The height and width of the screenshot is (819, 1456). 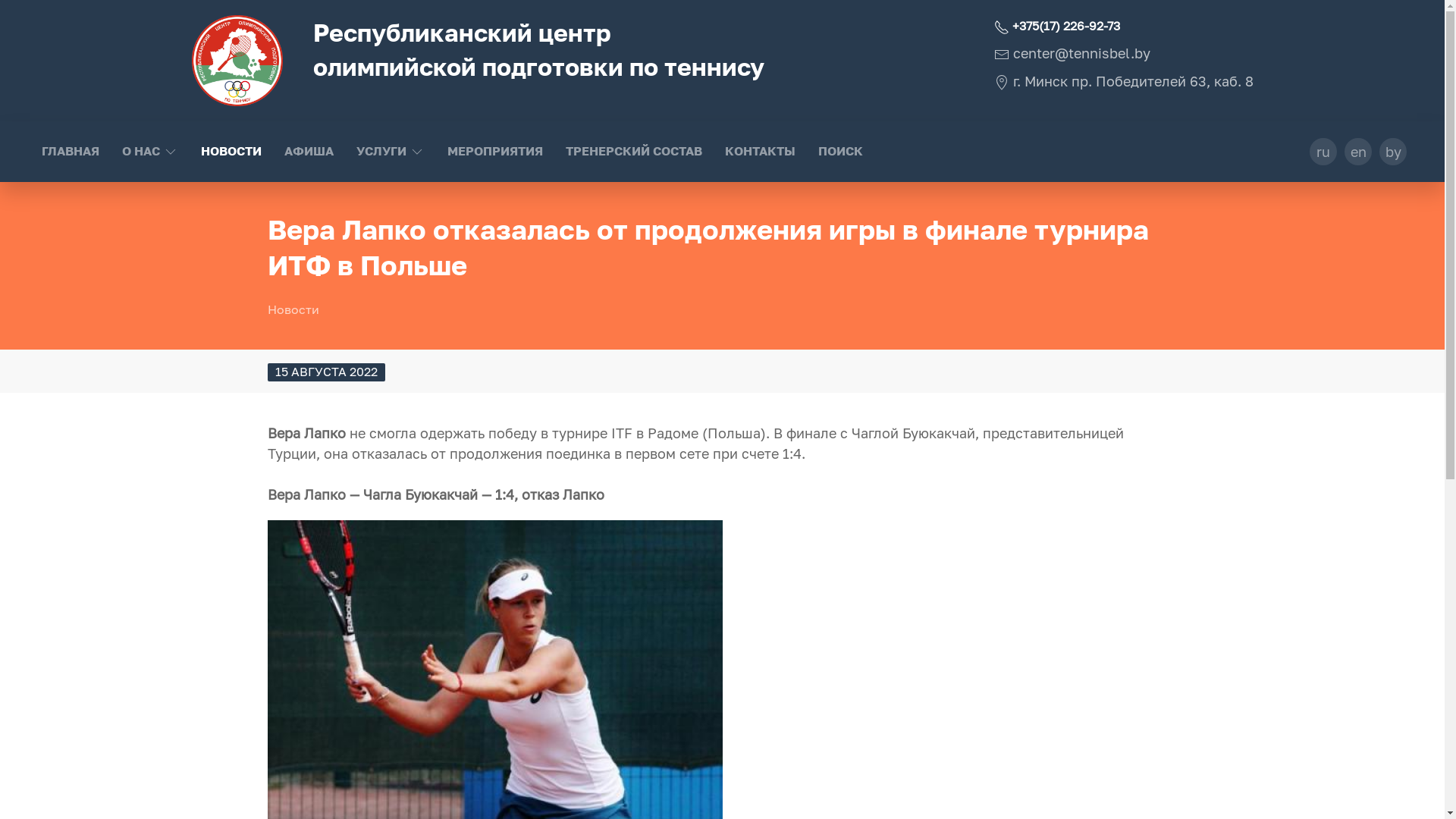 What do you see at coordinates (993, 26) in the screenshot?
I see `'+375(17) 226-92-73'` at bounding box center [993, 26].